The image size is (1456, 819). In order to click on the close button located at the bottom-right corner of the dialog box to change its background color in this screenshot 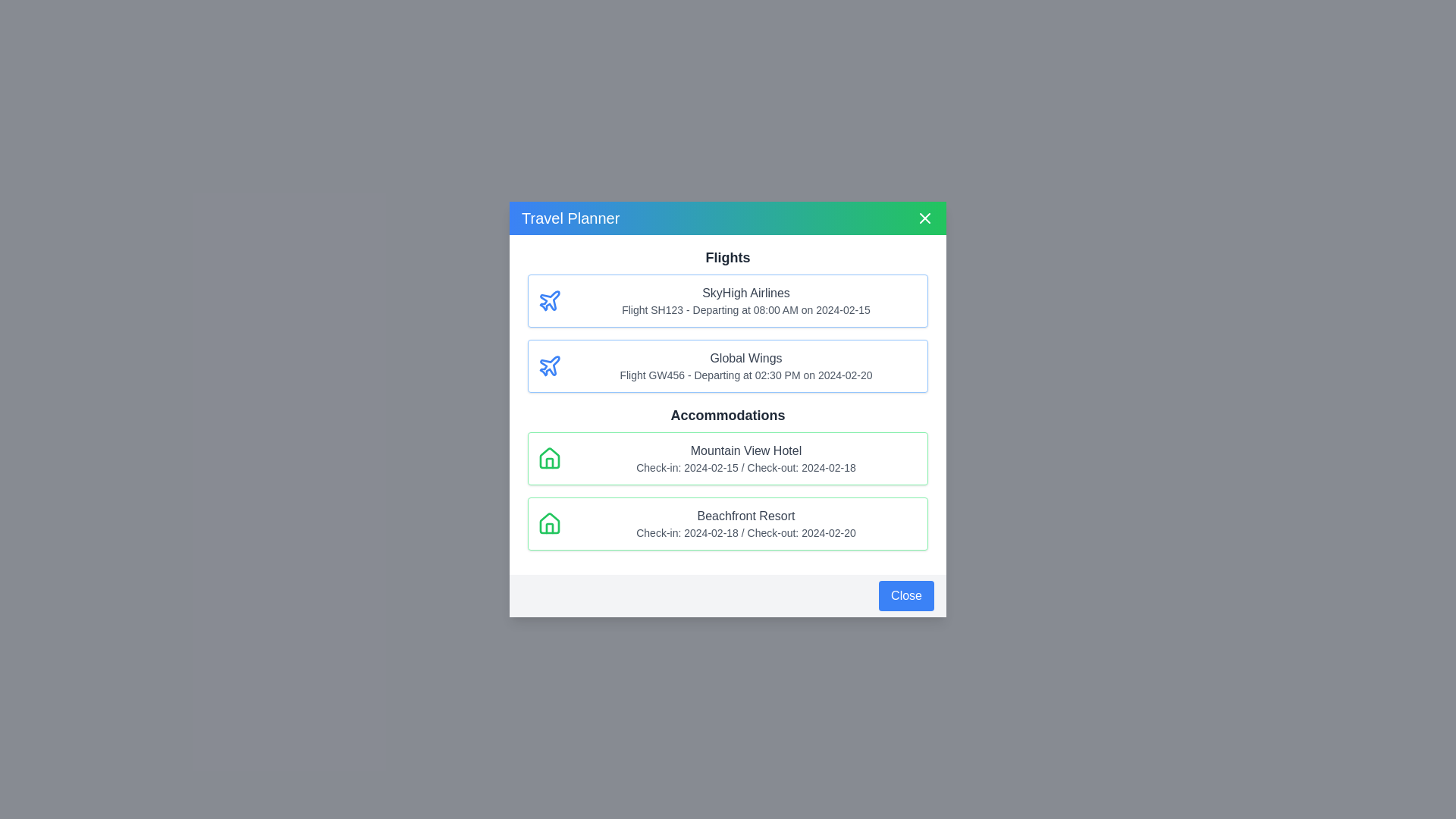, I will do `click(906, 595)`.